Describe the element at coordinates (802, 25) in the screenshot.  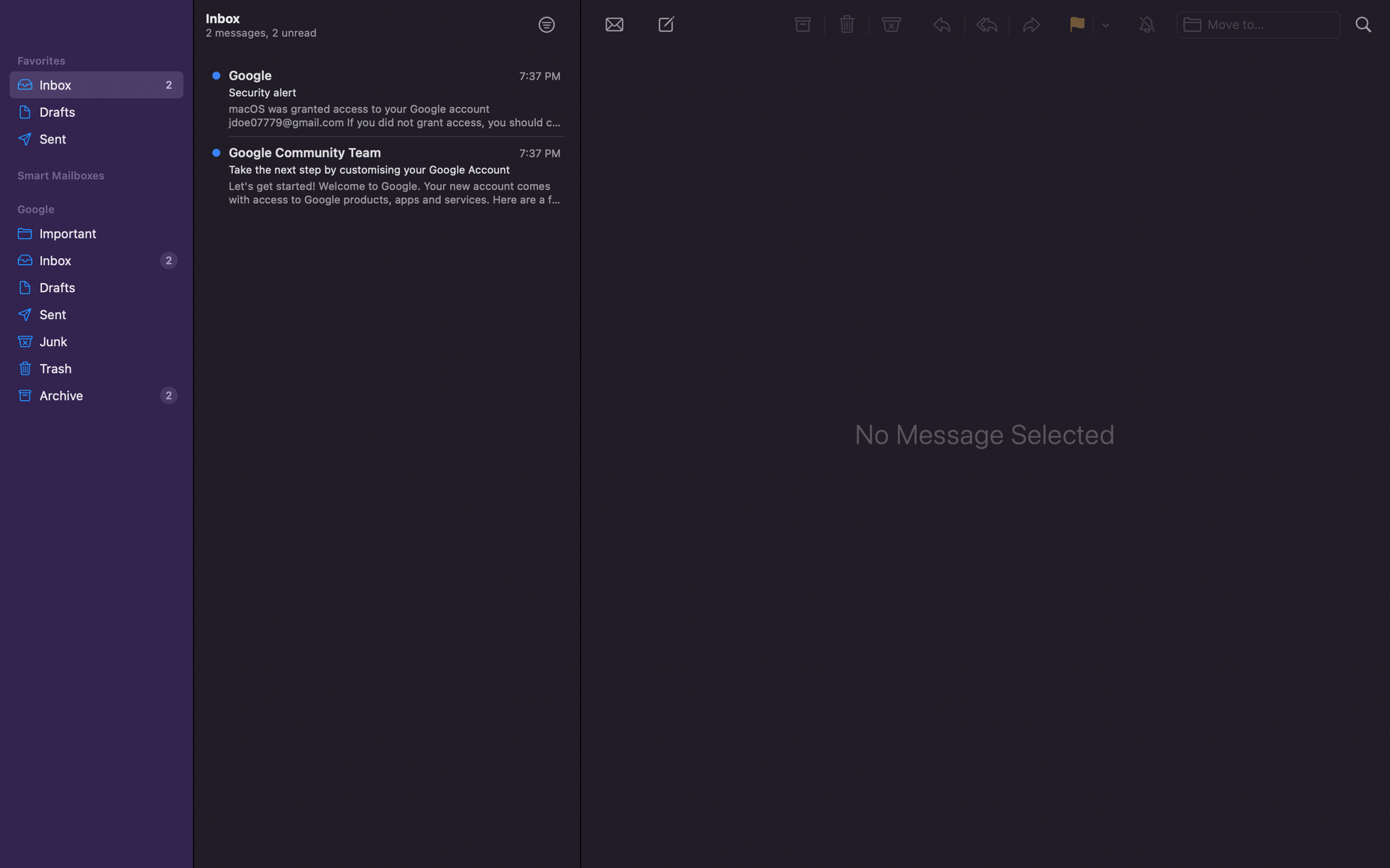
I see `Store the chosen messages in the archive` at that location.